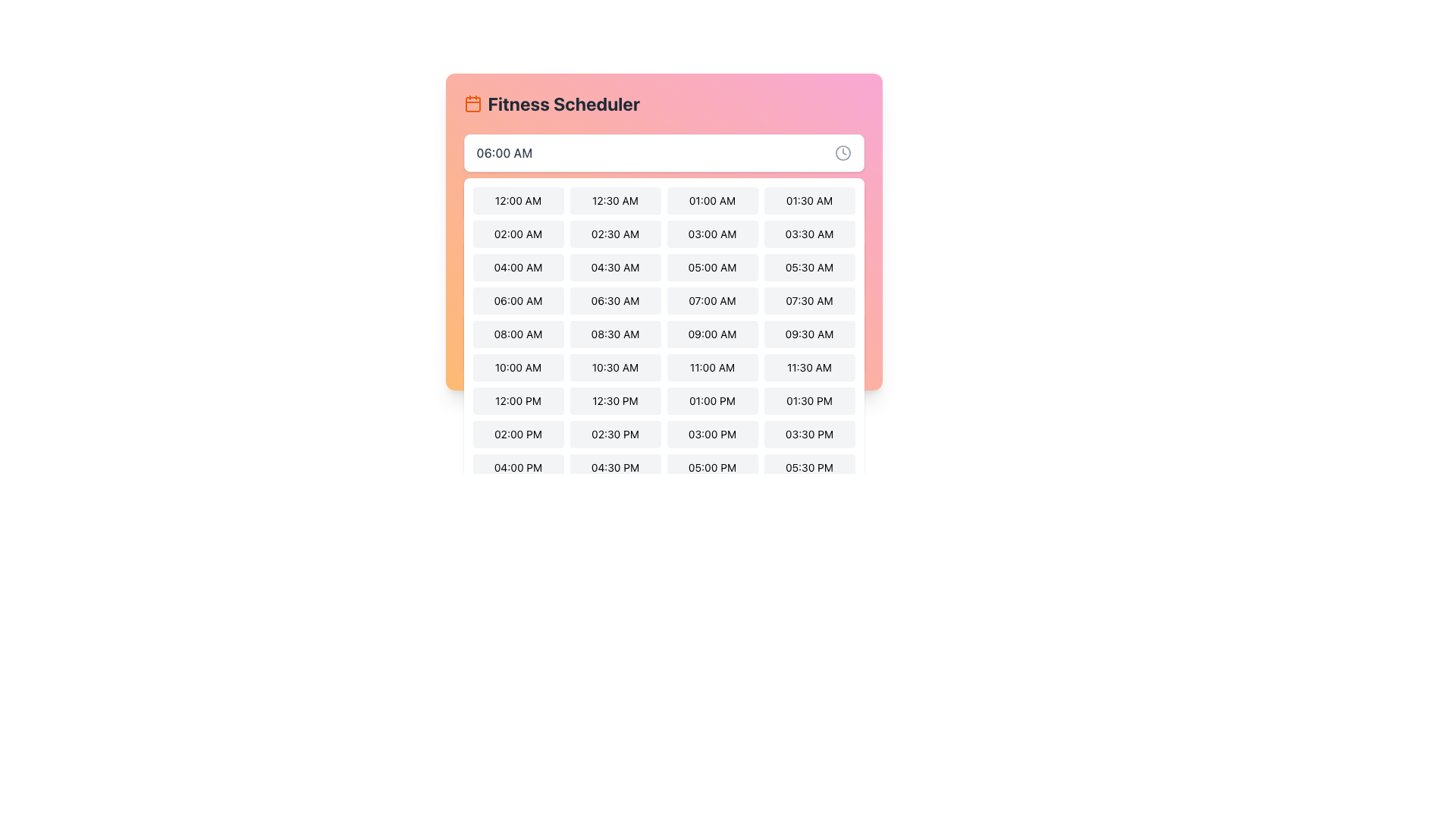  Describe the element at coordinates (615, 467) in the screenshot. I see `the selectable time slot button representing '04:30 PM' in the seventh row, second column of the scheduling interface` at that location.